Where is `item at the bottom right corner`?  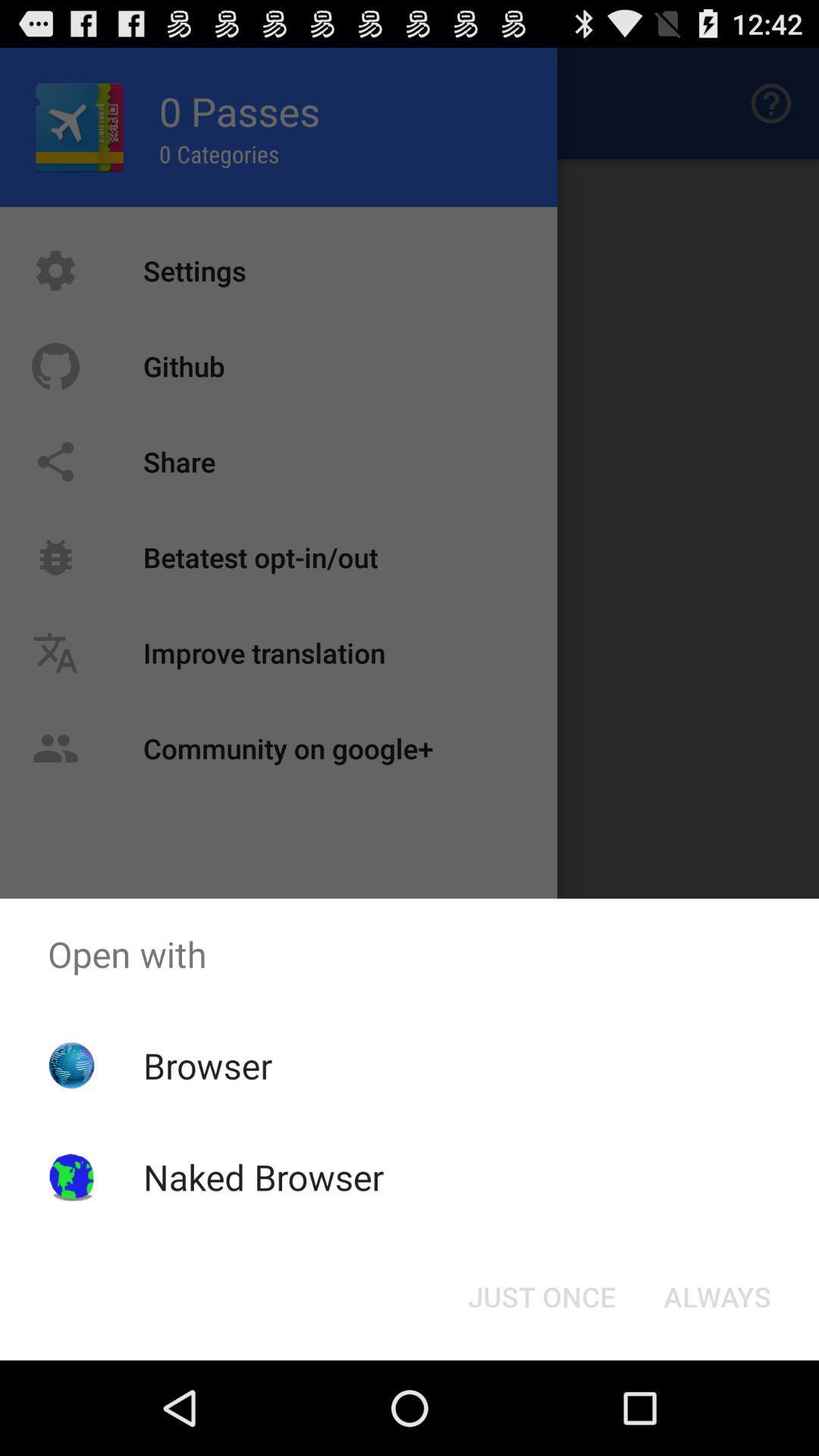 item at the bottom right corner is located at coordinates (717, 1295).